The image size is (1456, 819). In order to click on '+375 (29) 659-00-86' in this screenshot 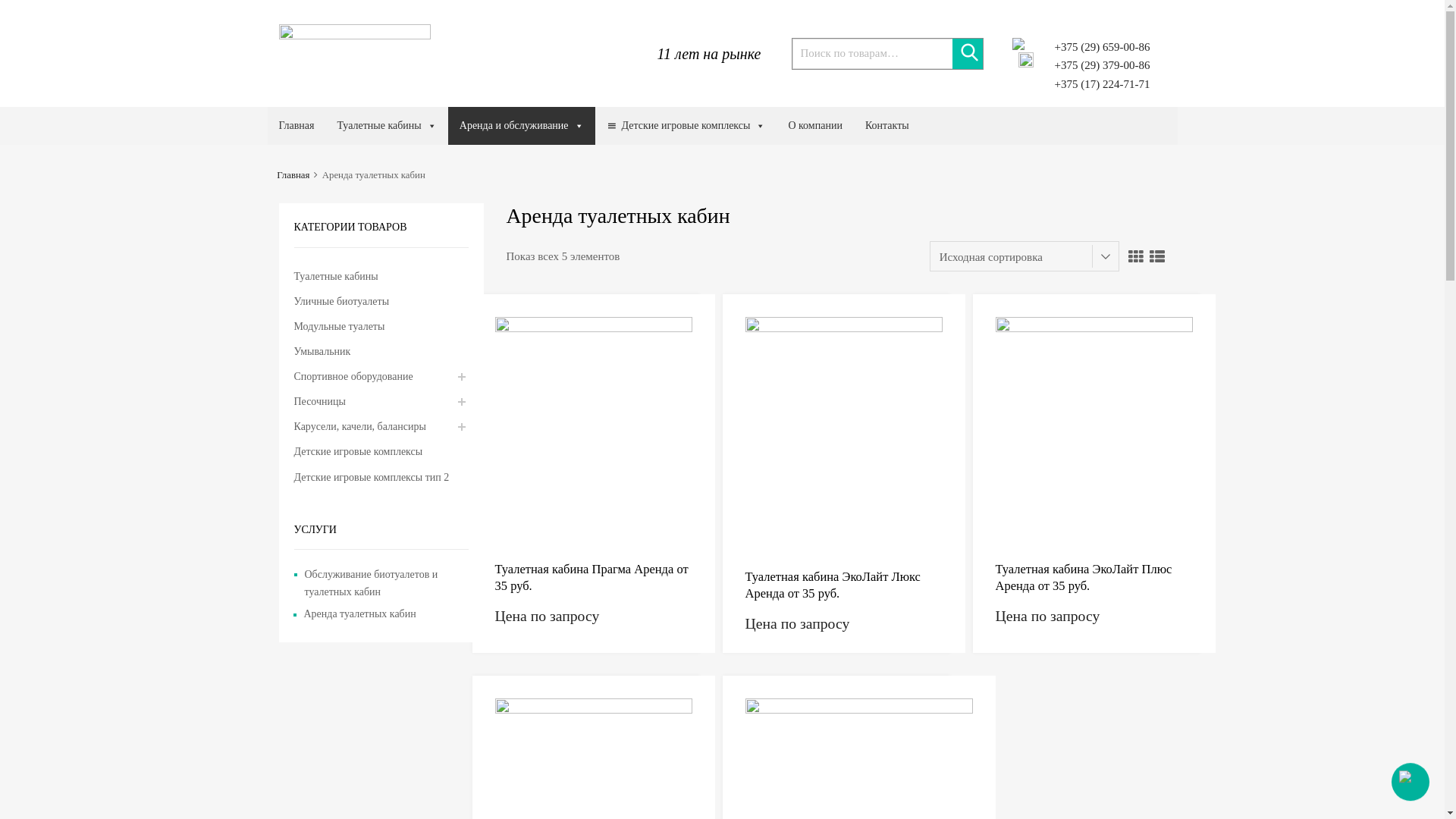, I will do `click(1095, 46)`.